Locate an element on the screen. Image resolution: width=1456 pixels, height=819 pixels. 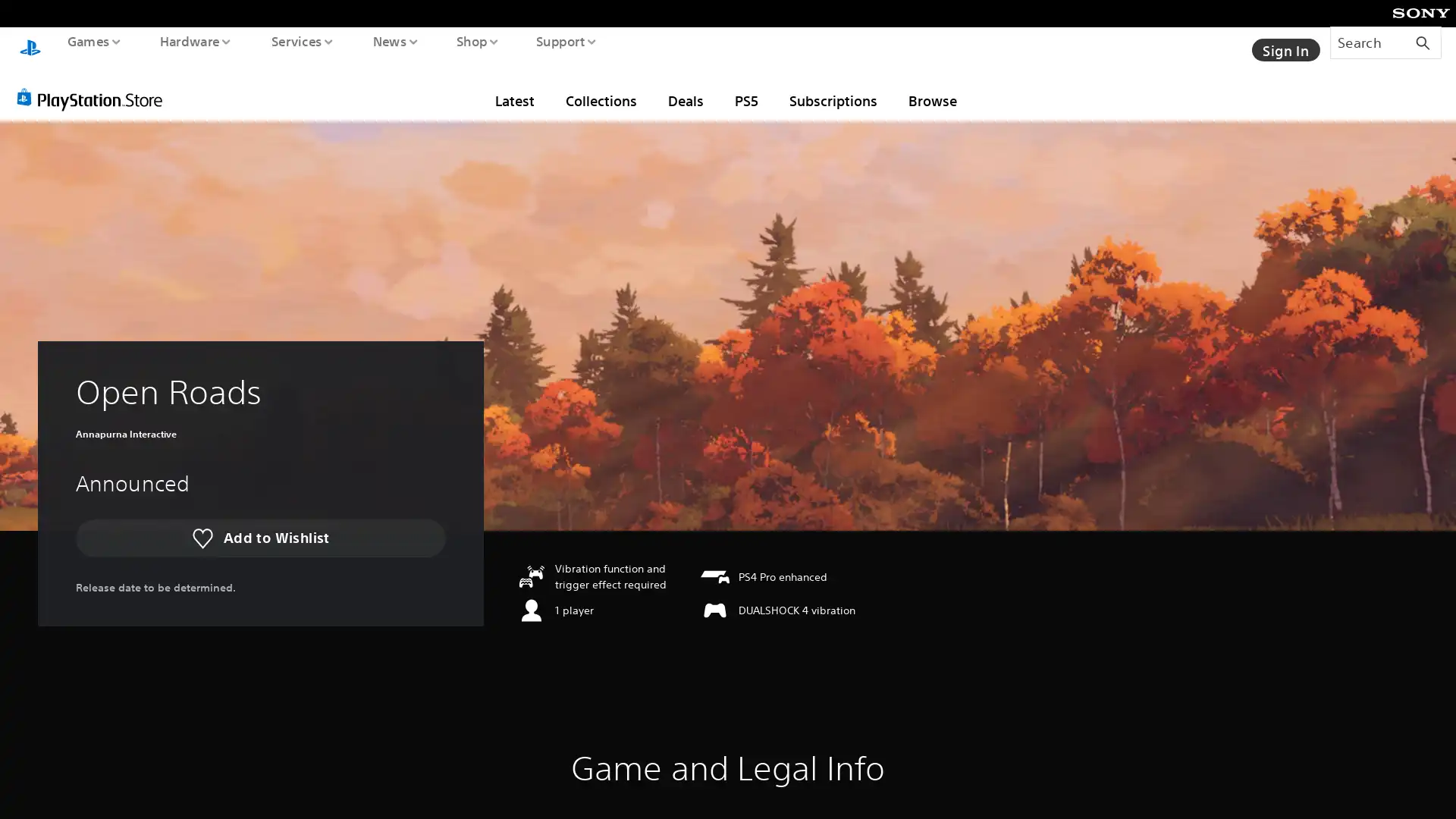
Sign In is located at coordinates (1284, 42).